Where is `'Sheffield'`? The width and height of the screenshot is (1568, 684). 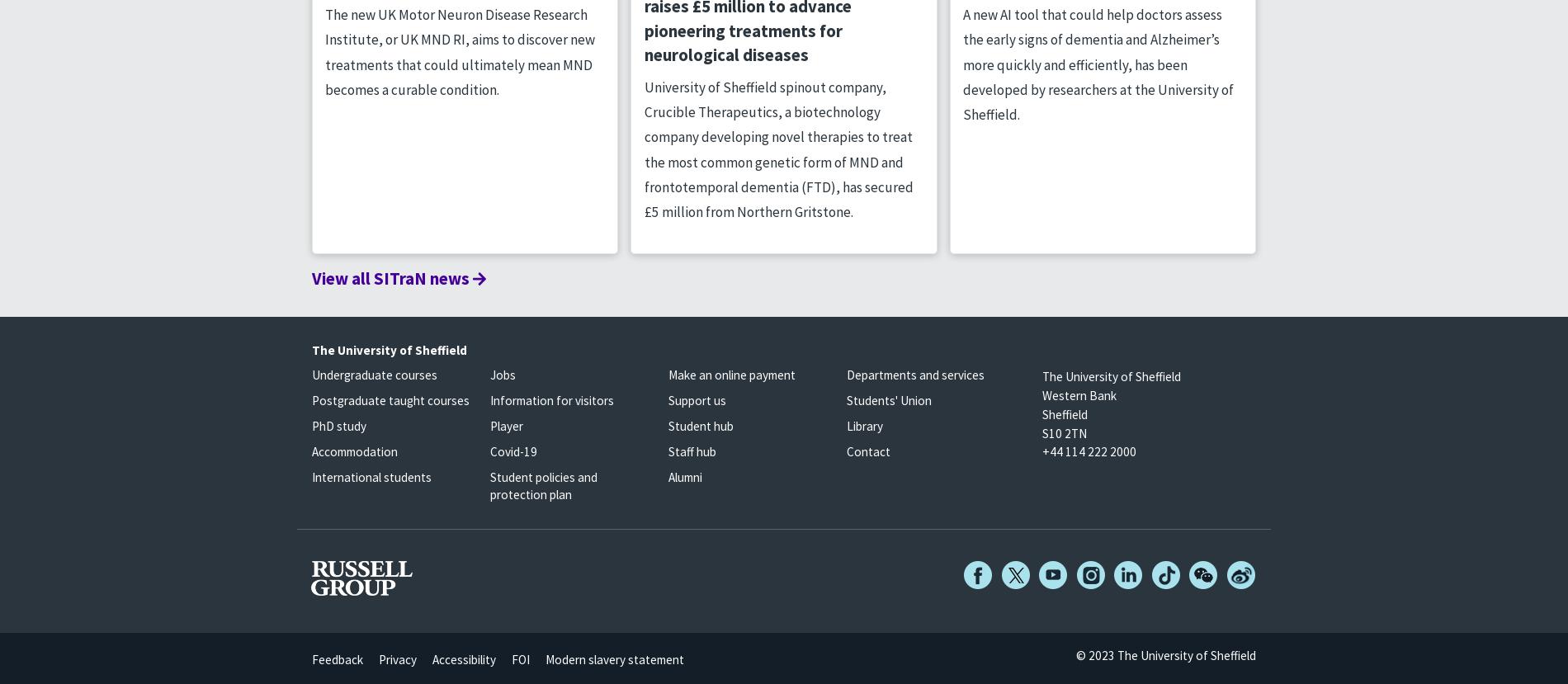
'Sheffield' is located at coordinates (1063, 413).